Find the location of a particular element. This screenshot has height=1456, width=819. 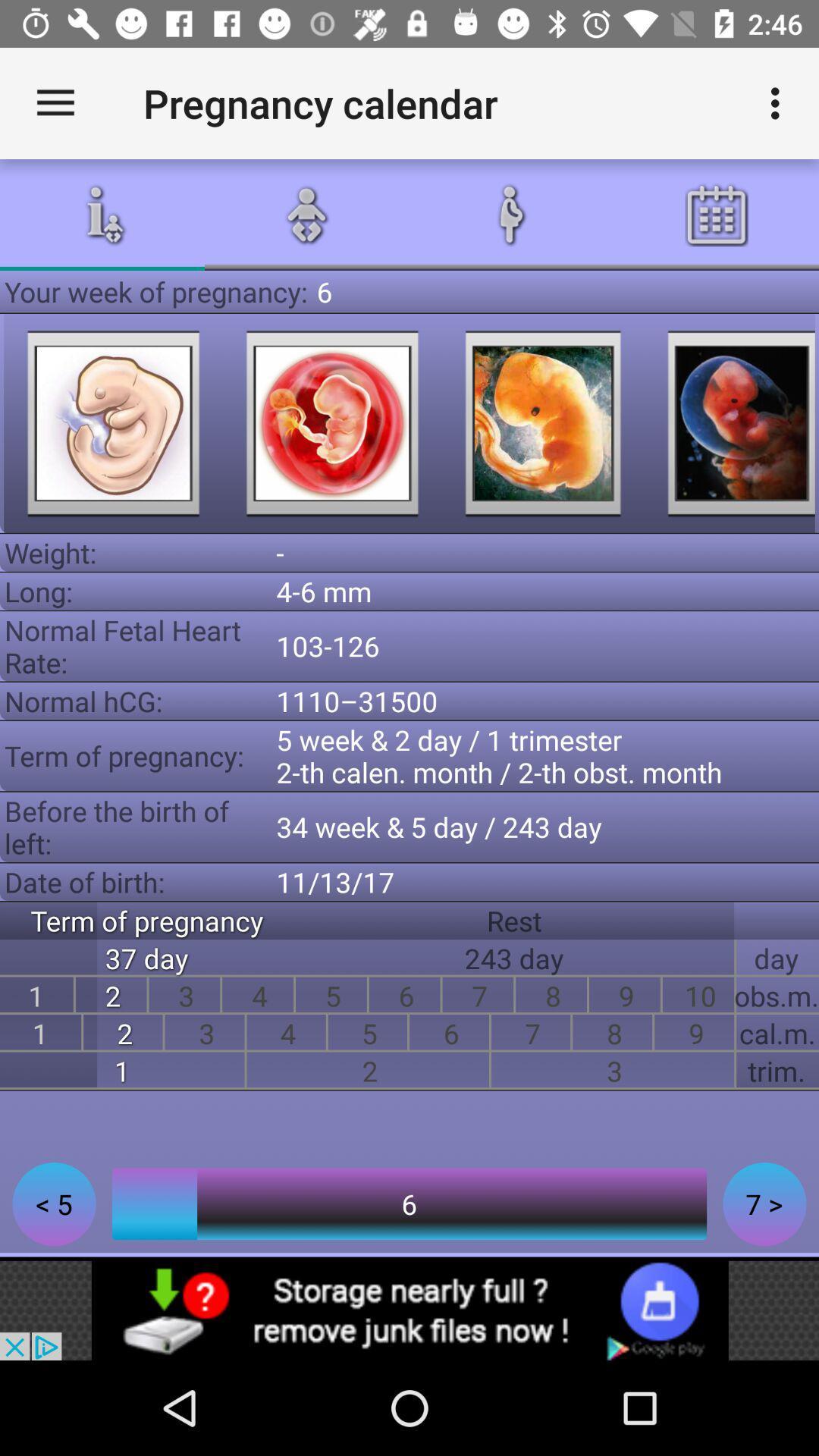

google search is located at coordinates (542, 423).